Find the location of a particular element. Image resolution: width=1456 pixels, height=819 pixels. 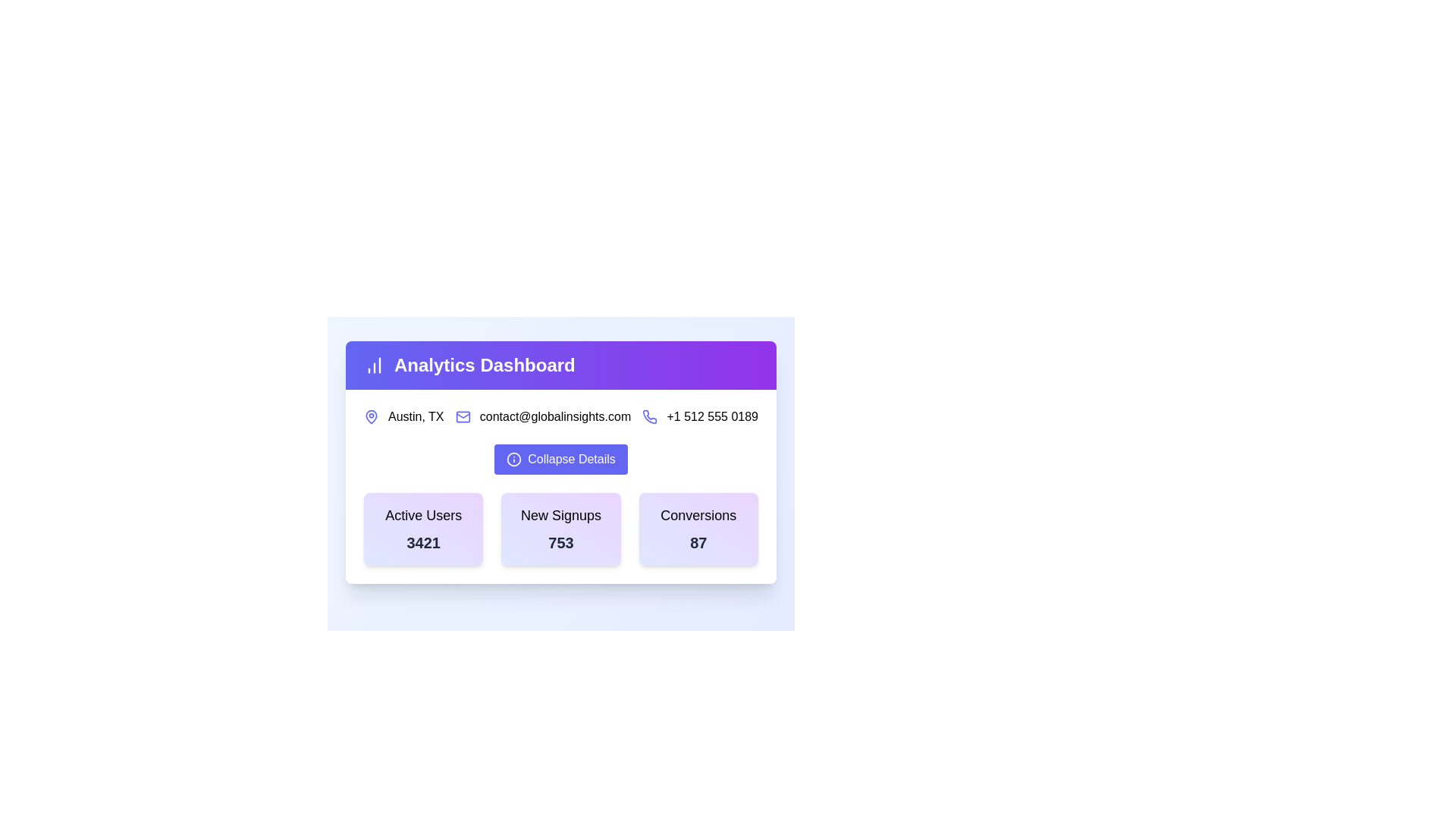

the supporting icon located at the leftmost edge of the 'Collapse Details' button to enhance the button's context is located at coordinates (514, 458).